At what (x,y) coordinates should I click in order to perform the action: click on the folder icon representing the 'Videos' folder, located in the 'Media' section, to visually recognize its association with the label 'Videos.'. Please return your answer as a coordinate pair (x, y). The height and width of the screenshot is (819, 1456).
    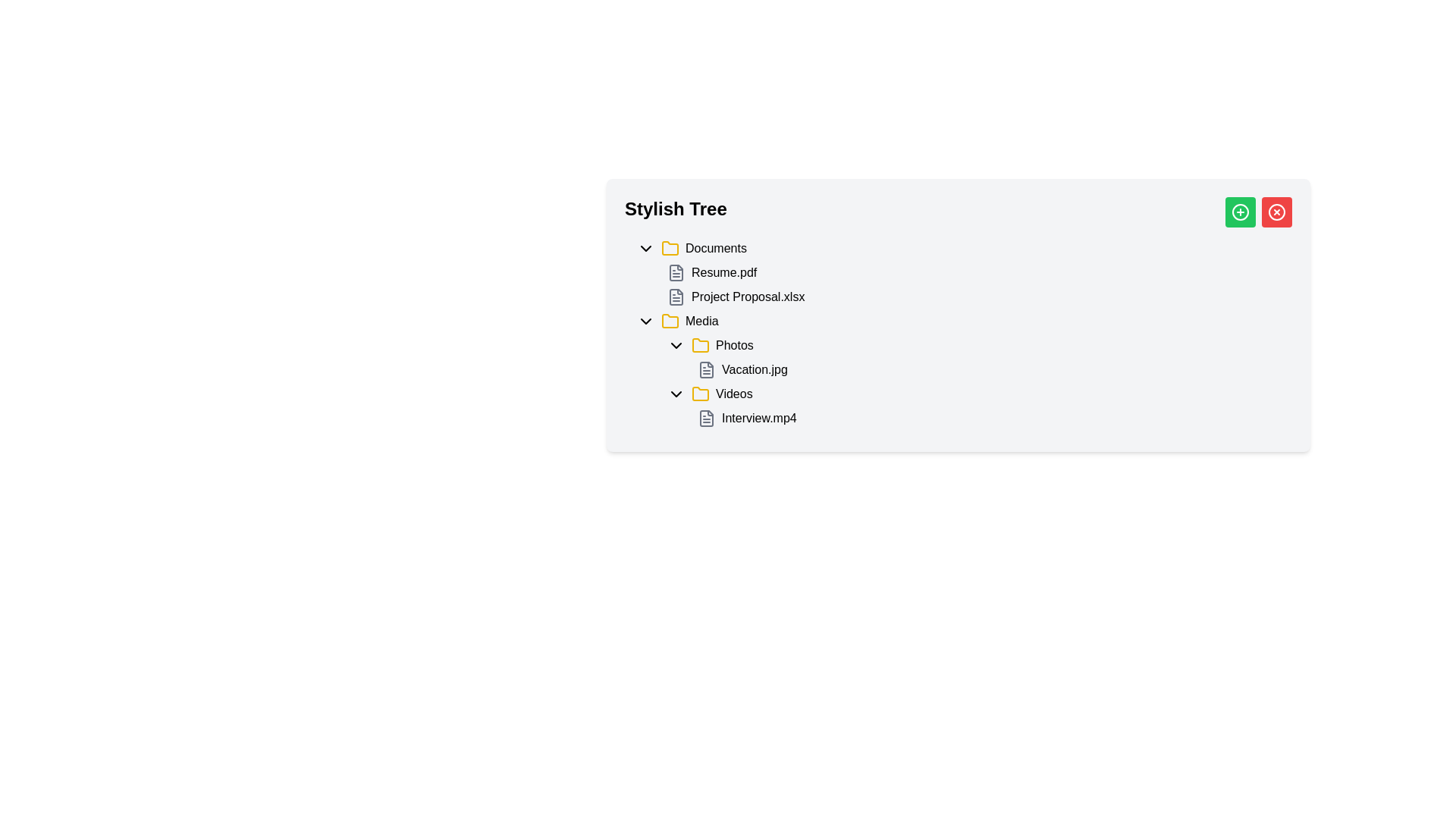
    Looking at the image, I should click on (700, 394).